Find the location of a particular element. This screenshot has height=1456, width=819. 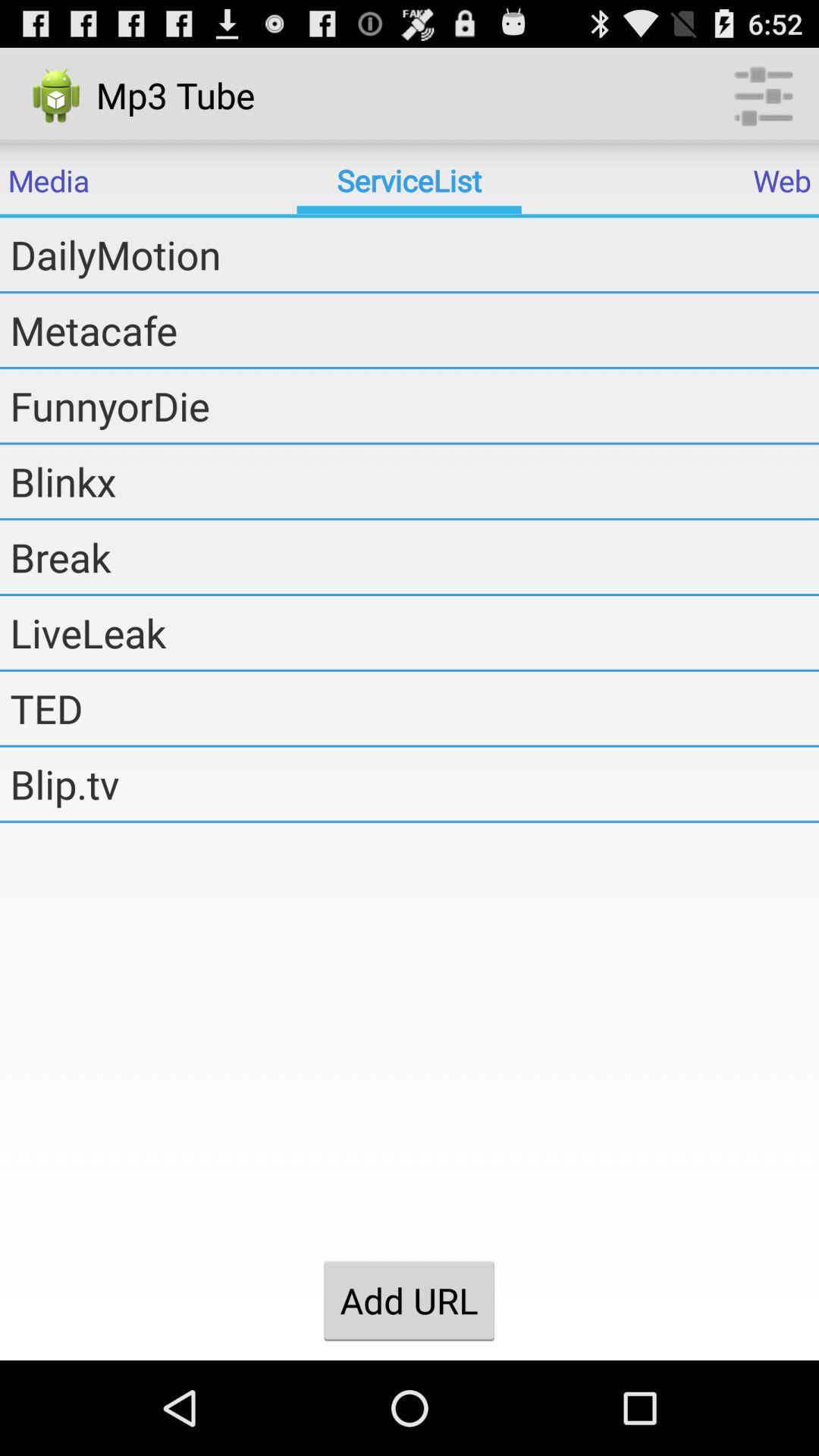

the item above ted item is located at coordinates (414, 632).